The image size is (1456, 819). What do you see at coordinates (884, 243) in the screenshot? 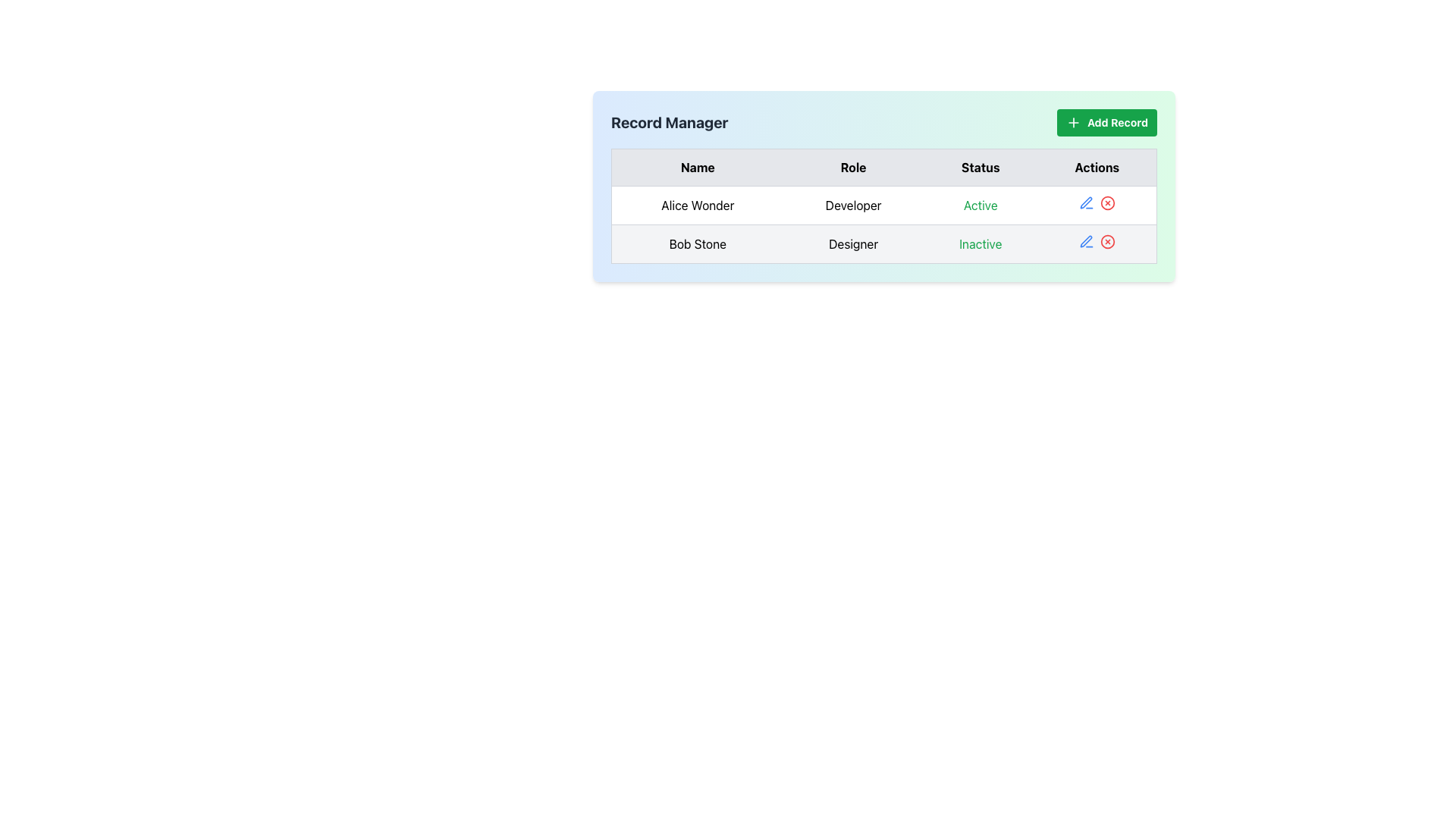
I see `the second row in the table displaying information about 'Bob Stone', which includes his Name, Role, and Status` at bounding box center [884, 243].